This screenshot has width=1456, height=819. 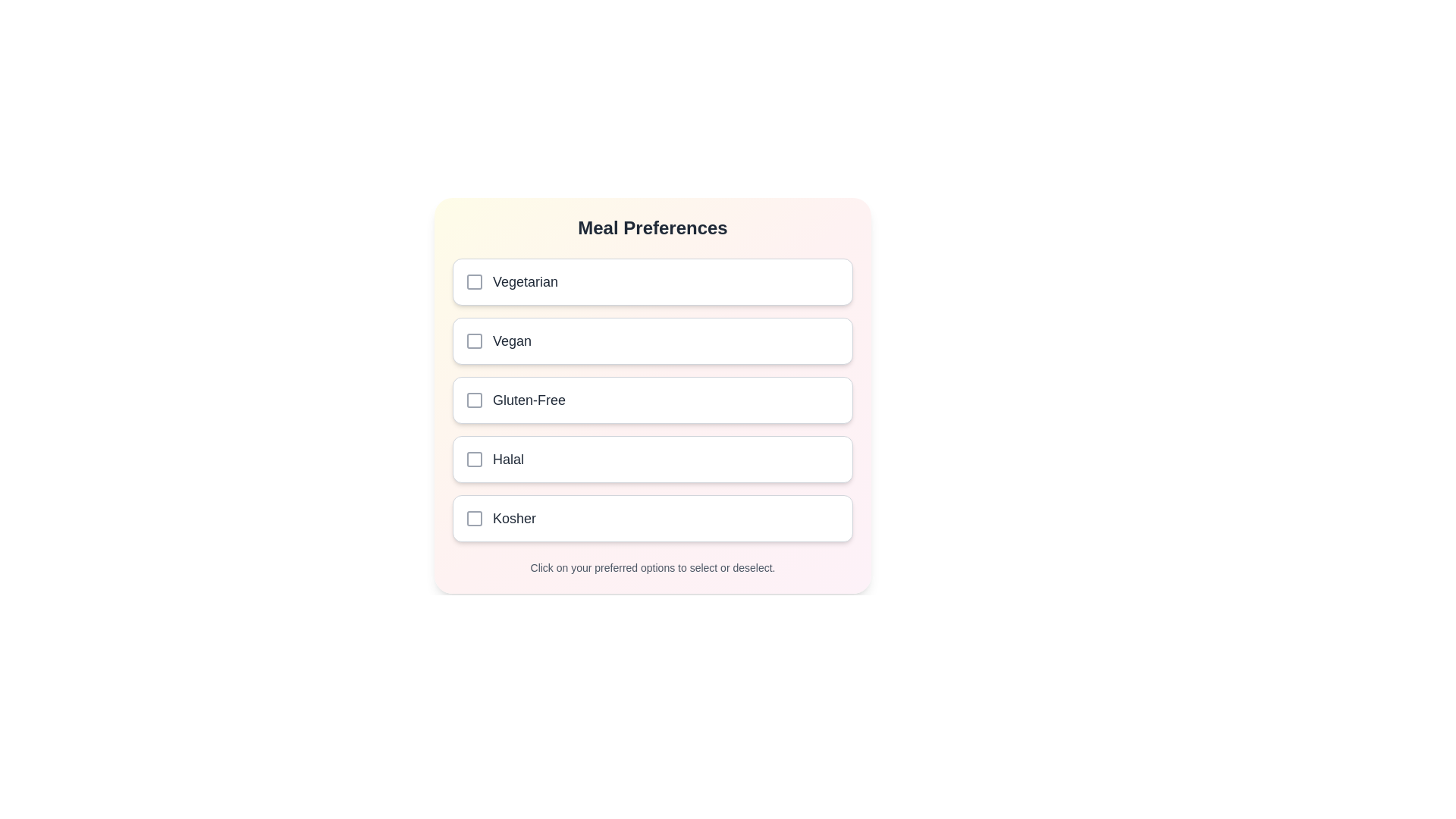 What do you see at coordinates (652, 281) in the screenshot?
I see `the meal preference Vegetarian` at bounding box center [652, 281].